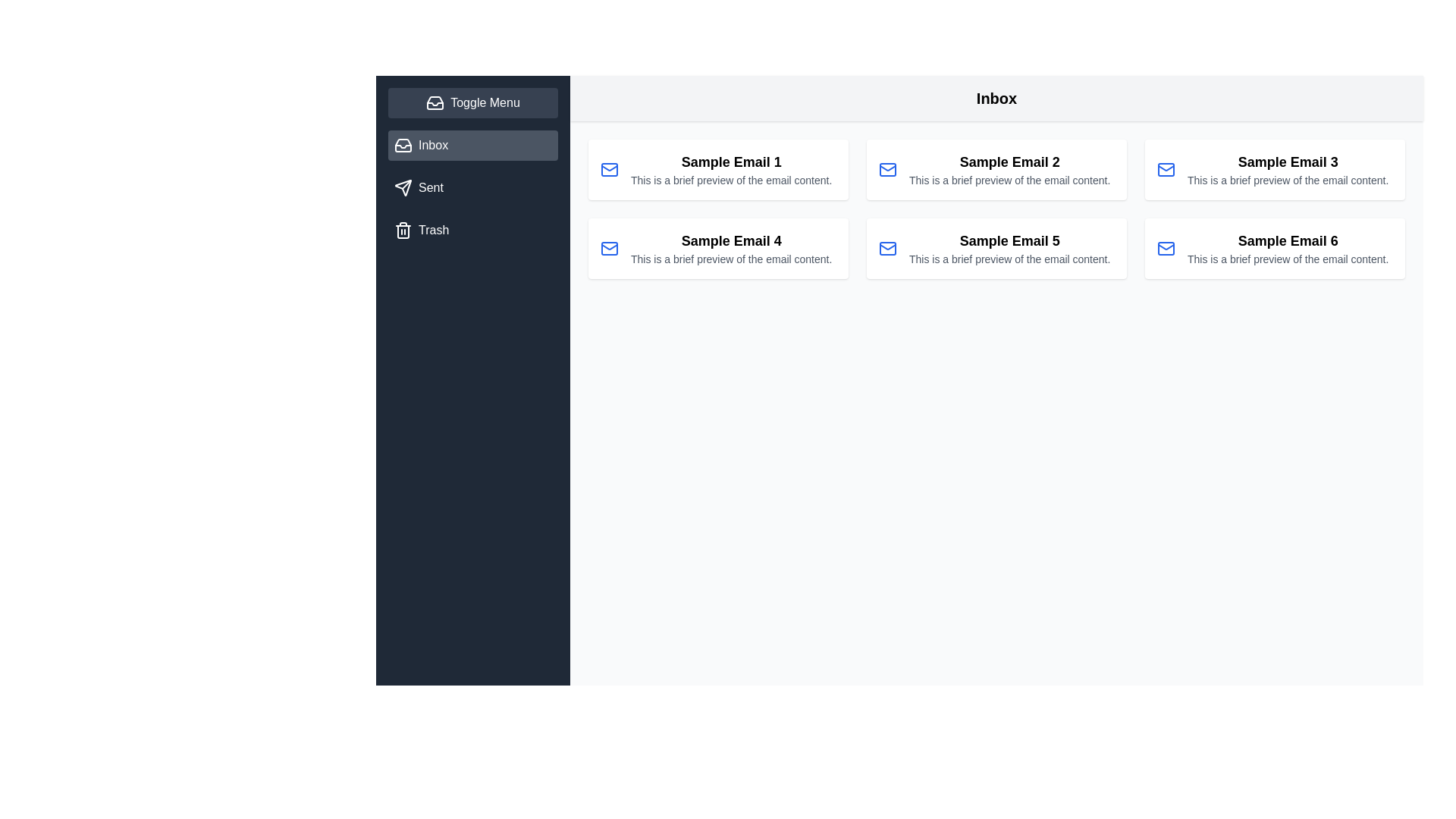 The image size is (1456, 819). What do you see at coordinates (731, 162) in the screenshot?
I see `the text label 'Sample Email 1'` at bounding box center [731, 162].